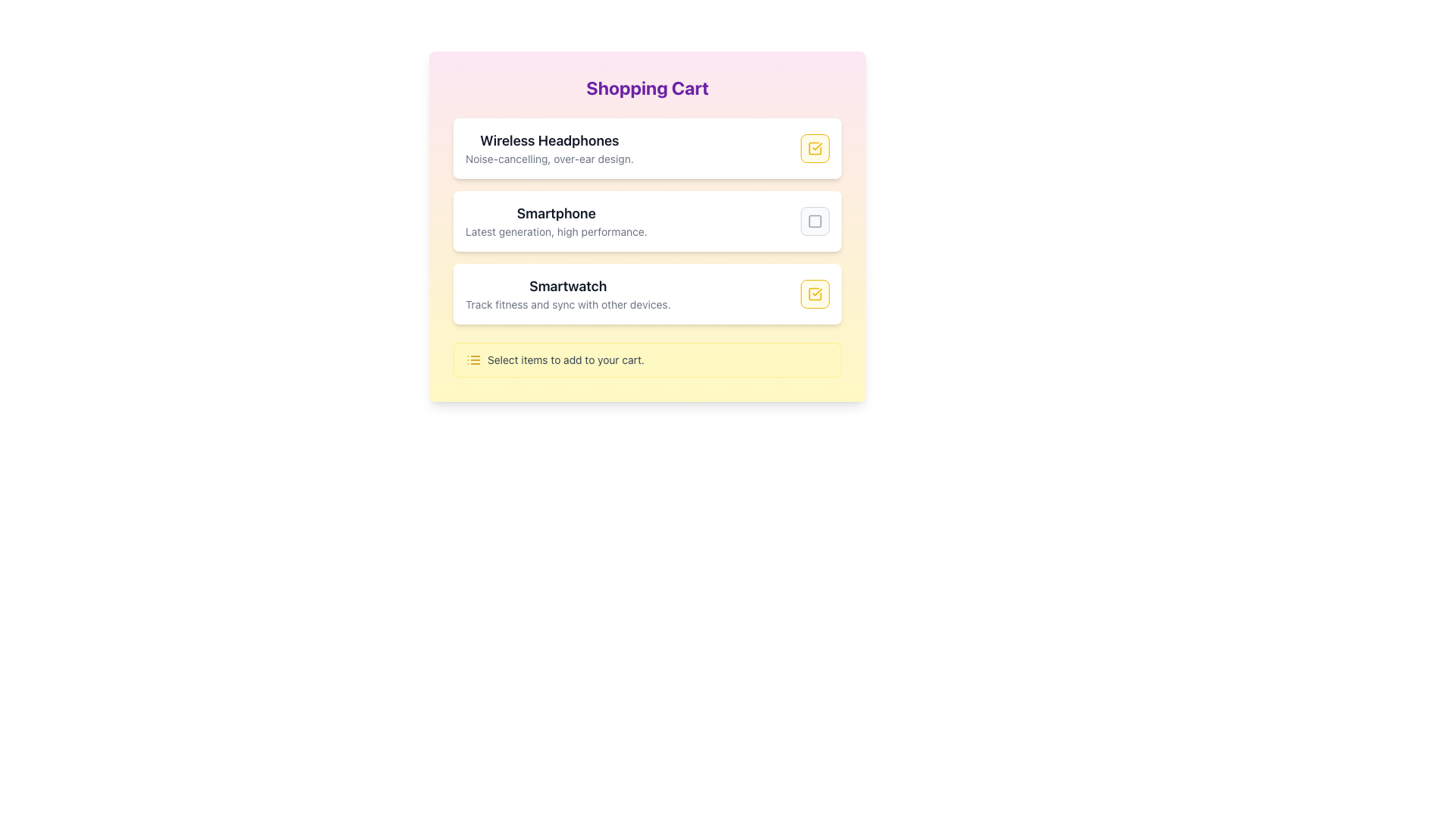 This screenshot has width=1456, height=819. I want to click on individual components within the product options list located in the 'Shopping Cart' section, so click(648, 221).